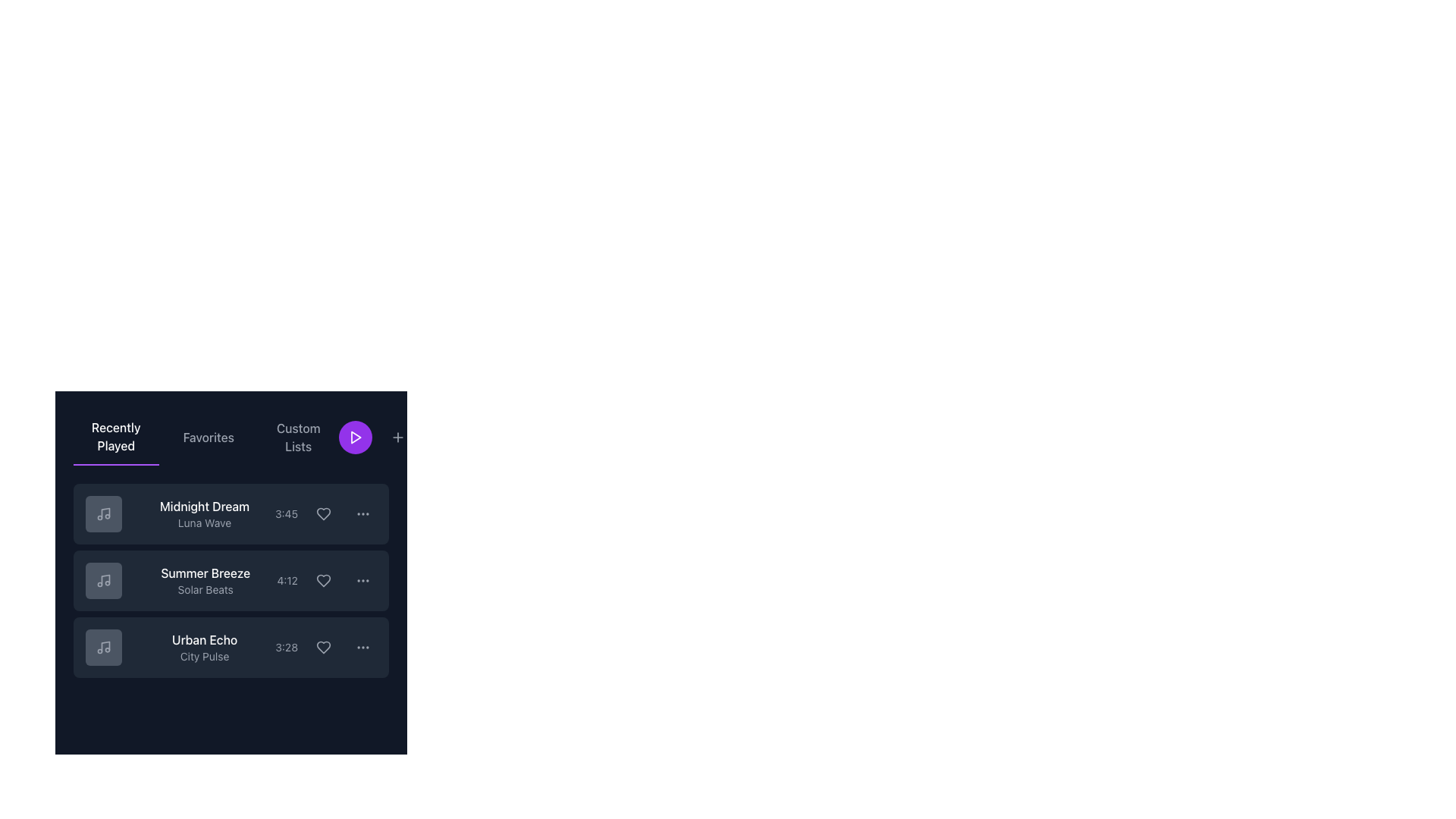  I want to click on the static text label that serves as a subtitle for 'Midnight Dream', located under the 'Recently Played' section, so click(203, 522).